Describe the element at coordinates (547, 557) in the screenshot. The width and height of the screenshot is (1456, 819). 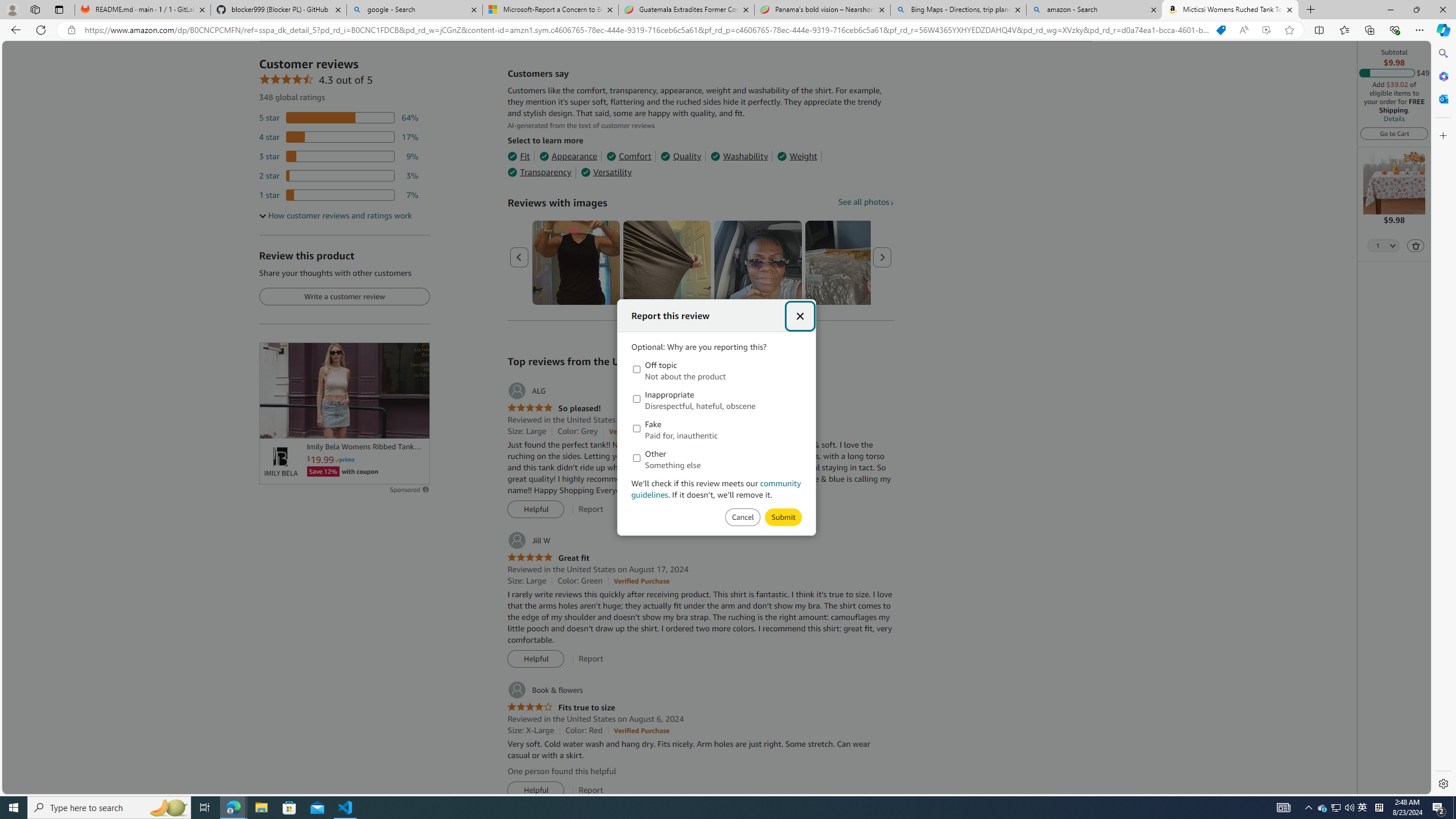
I see `'5.0 out of 5 stars Great fit'` at that location.